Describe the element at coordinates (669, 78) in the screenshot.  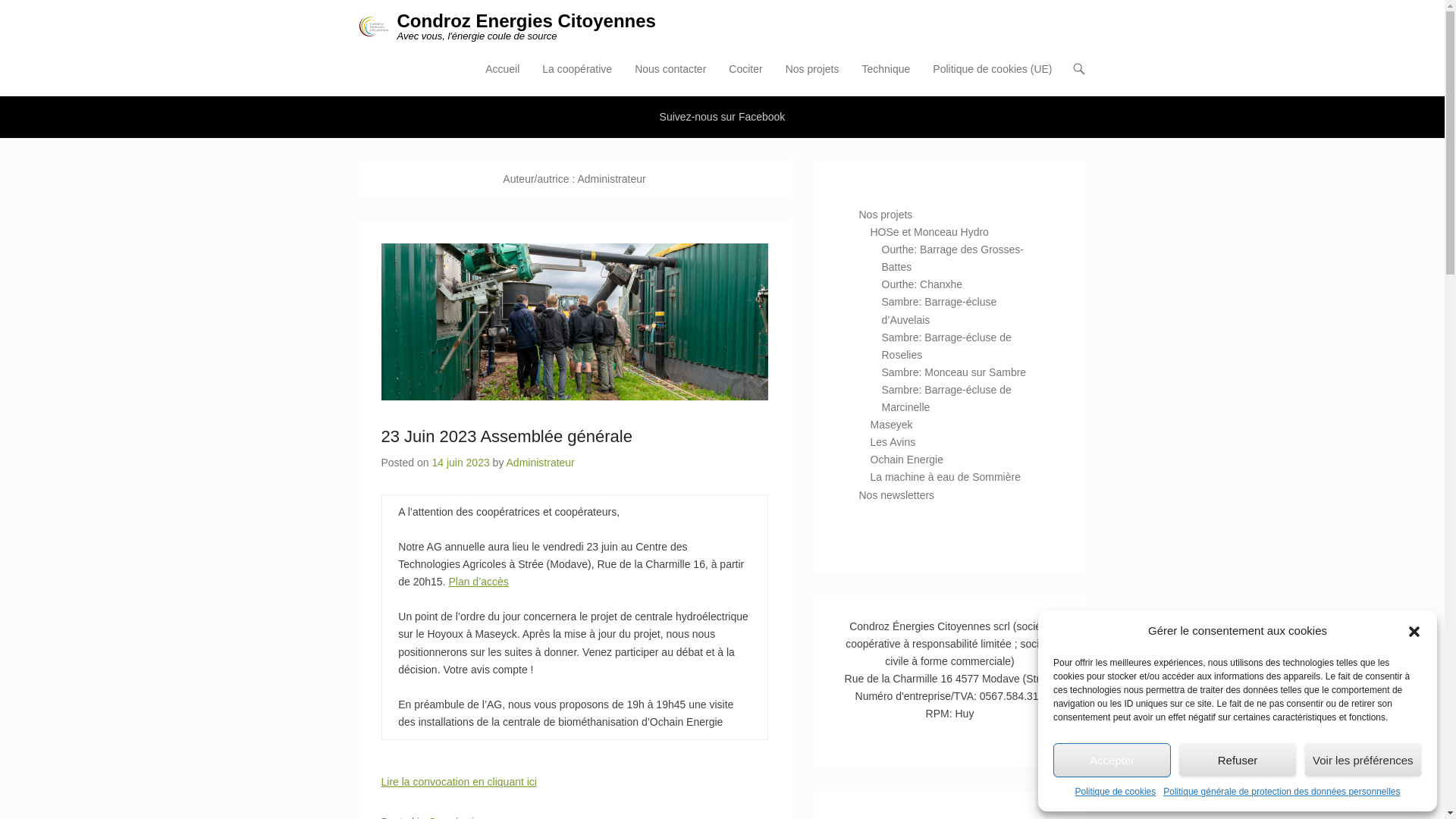
I see `'Nous contacter'` at that location.